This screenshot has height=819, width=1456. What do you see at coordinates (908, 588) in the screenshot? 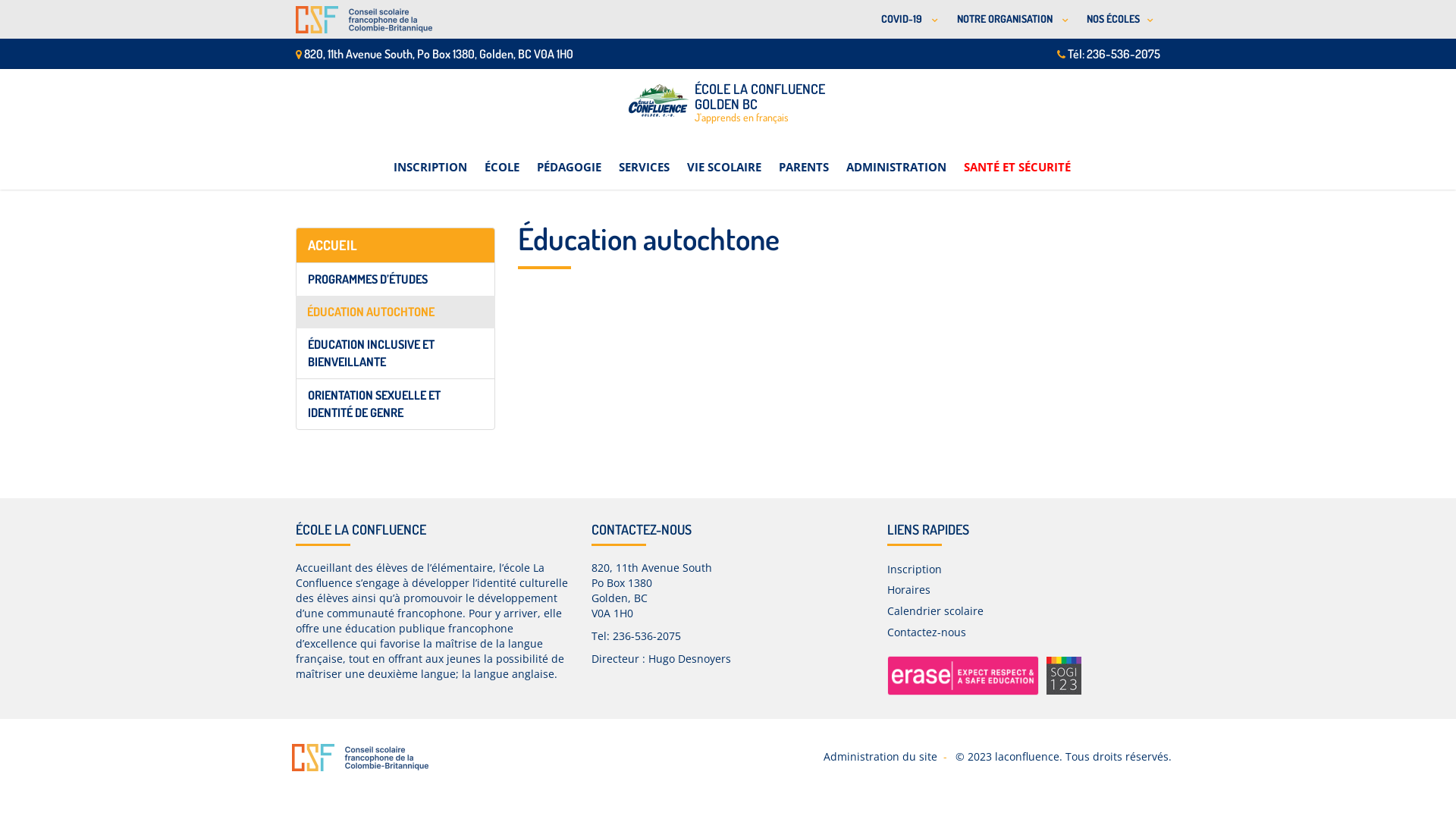
I see `'Horaires'` at bounding box center [908, 588].